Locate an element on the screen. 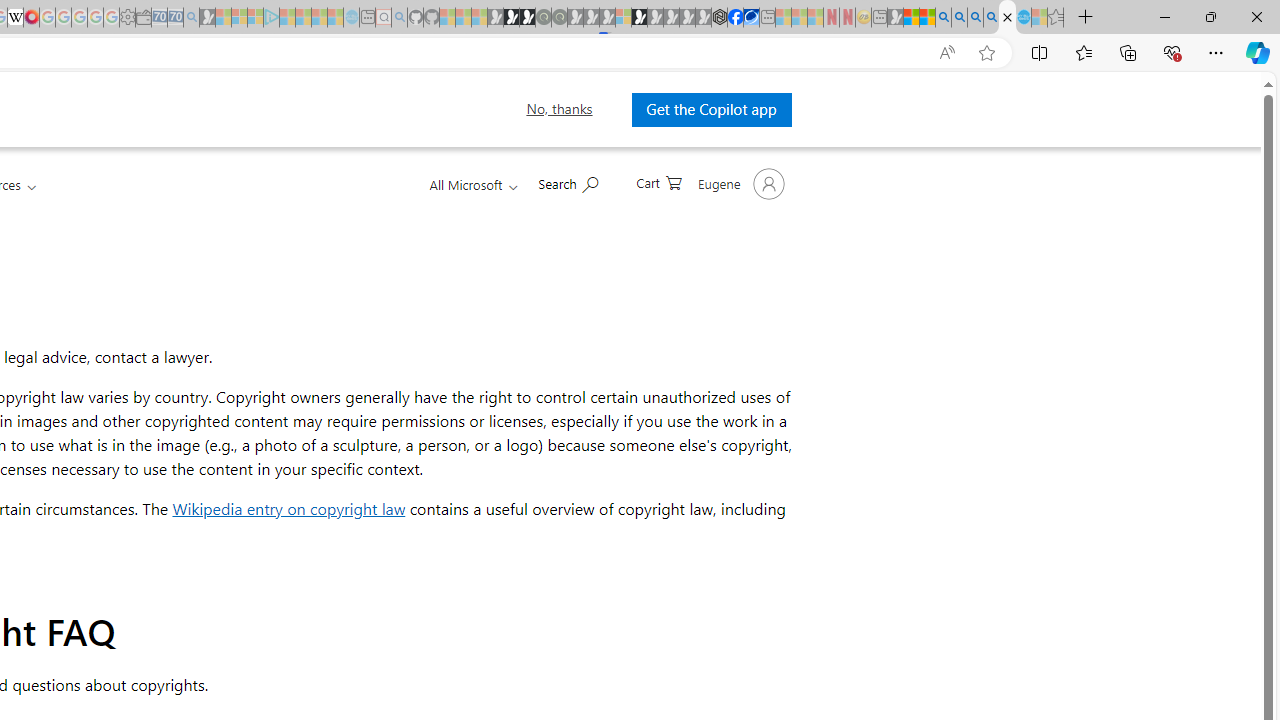  'MediaWiki' is located at coordinates (32, 17).